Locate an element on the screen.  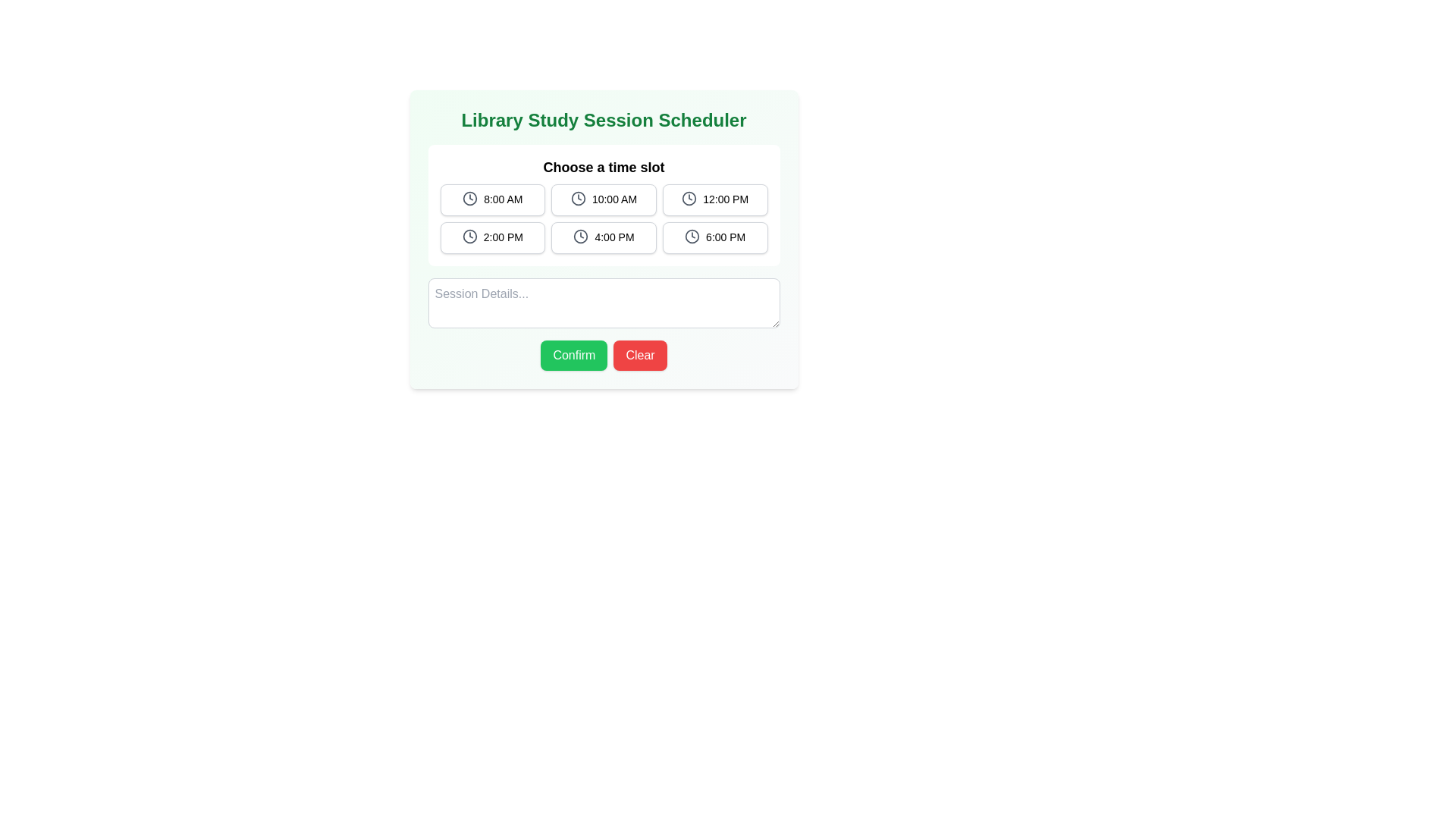
the circular icon that represents the main body of a clock illustration, located to the left of the 6:00 PM time label is located at coordinates (692, 237).